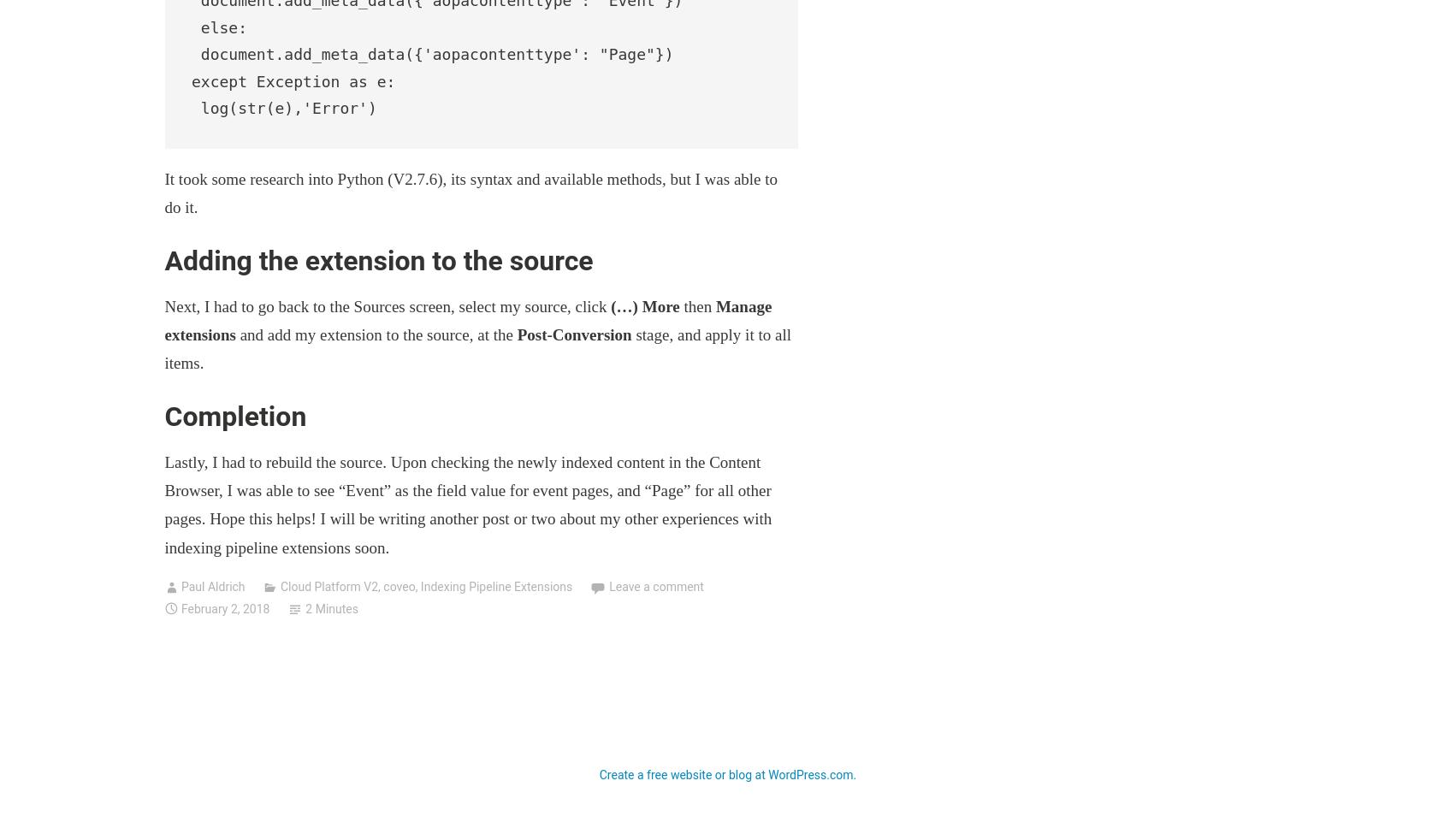 The height and width of the screenshot is (834, 1456). I want to click on 'Next, I had to go back to the Sources screen, select my source, click ​', so click(387, 305).